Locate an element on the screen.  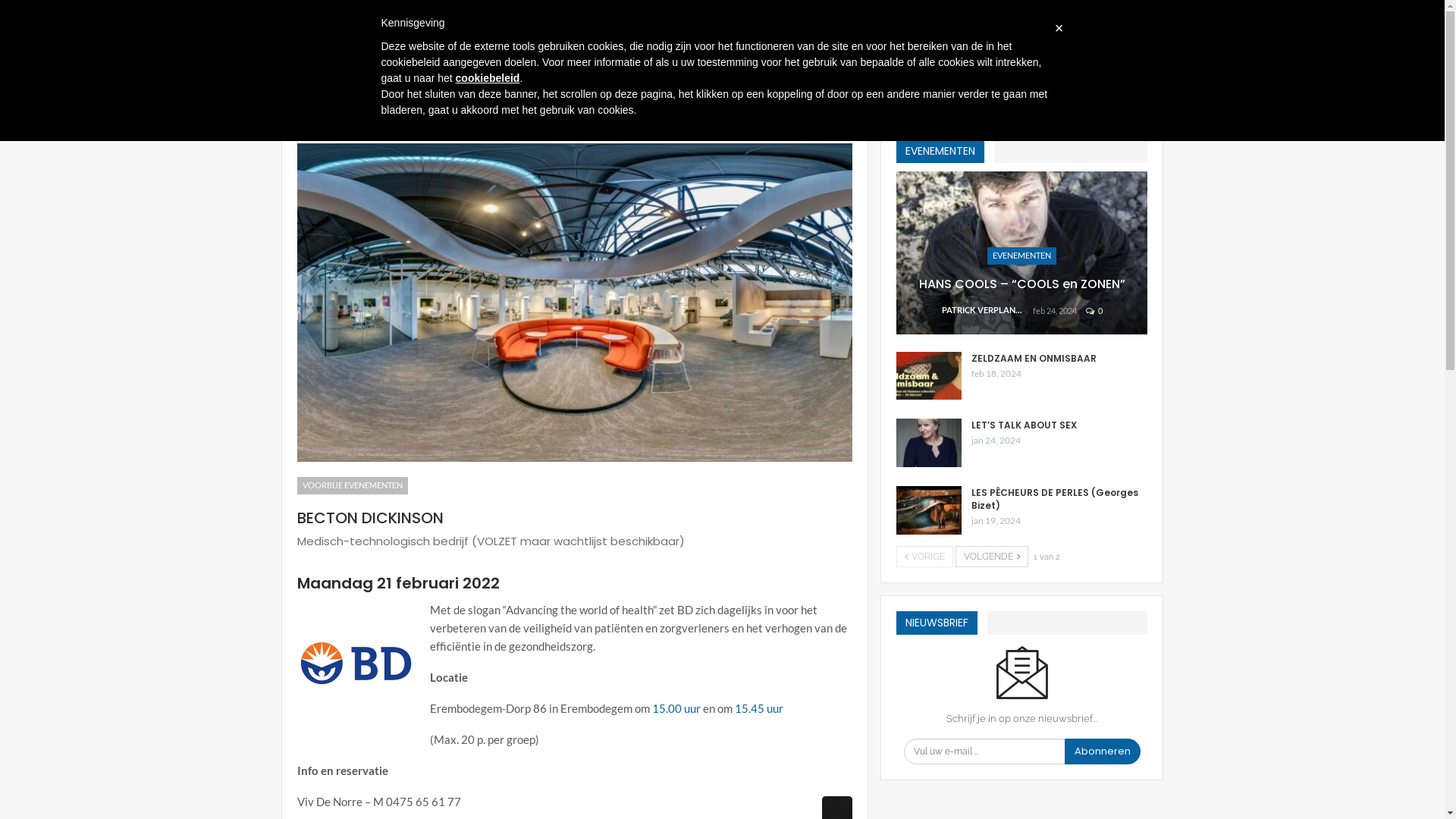
'PATRICK VERPLANKEN' is located at coordinates (987, 309).